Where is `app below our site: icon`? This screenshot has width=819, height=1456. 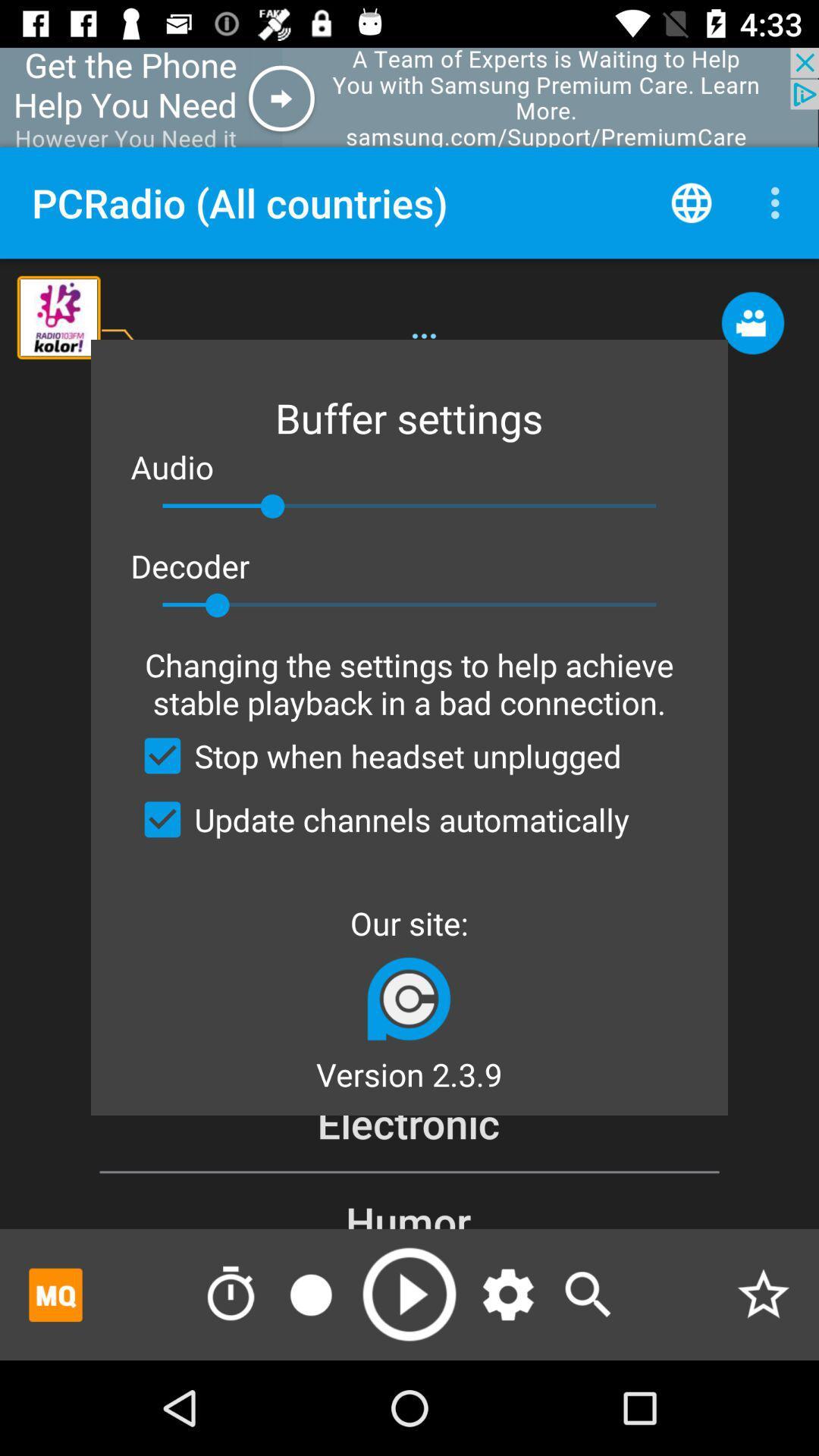
app below our site: icon is located at coordinates (408, 998).